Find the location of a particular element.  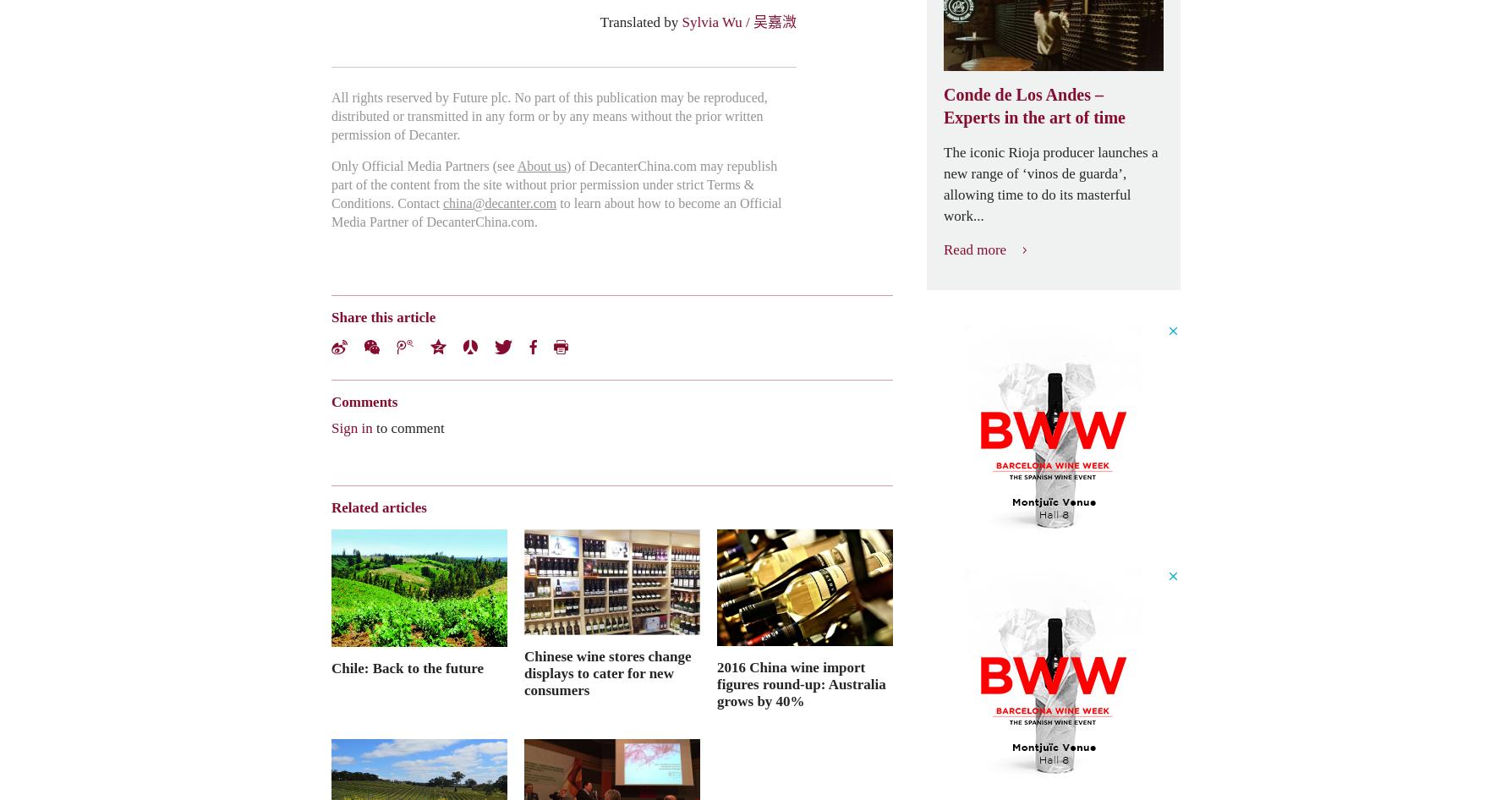

'Related articles' is located at coordinates (379, 506).